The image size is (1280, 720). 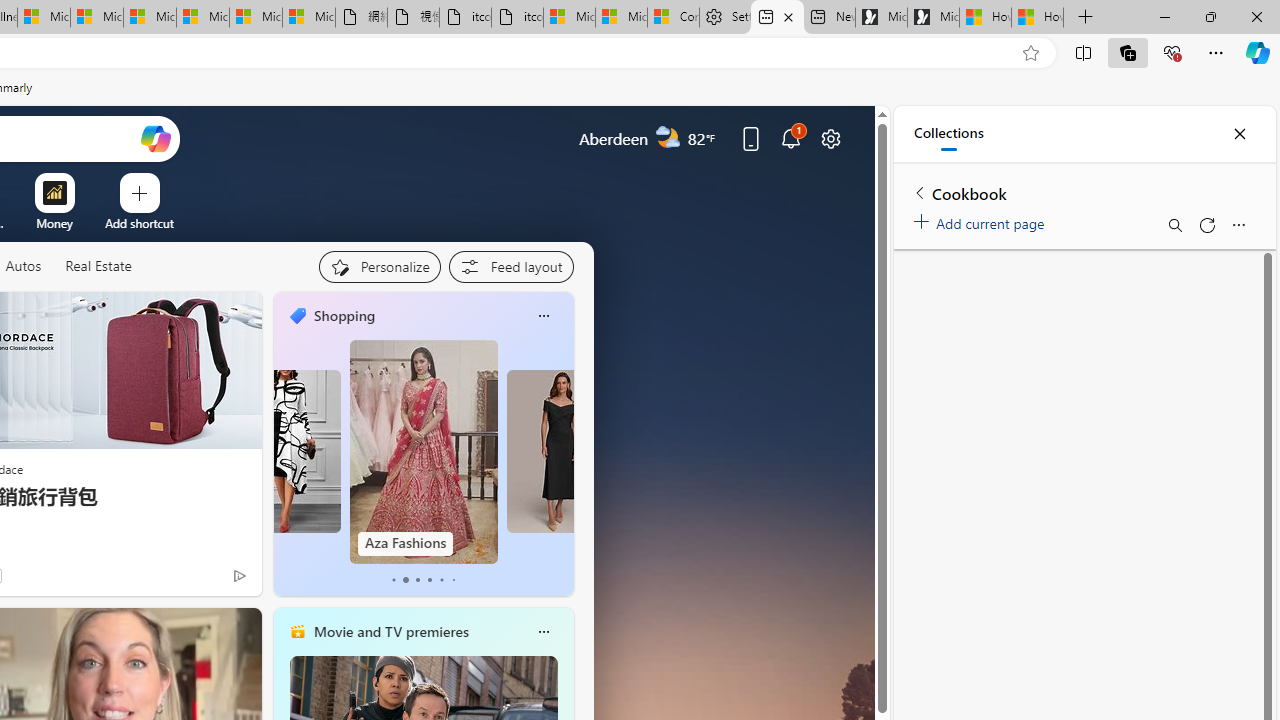 I want to click on 'Real Estate', so click(x=97, y=265).